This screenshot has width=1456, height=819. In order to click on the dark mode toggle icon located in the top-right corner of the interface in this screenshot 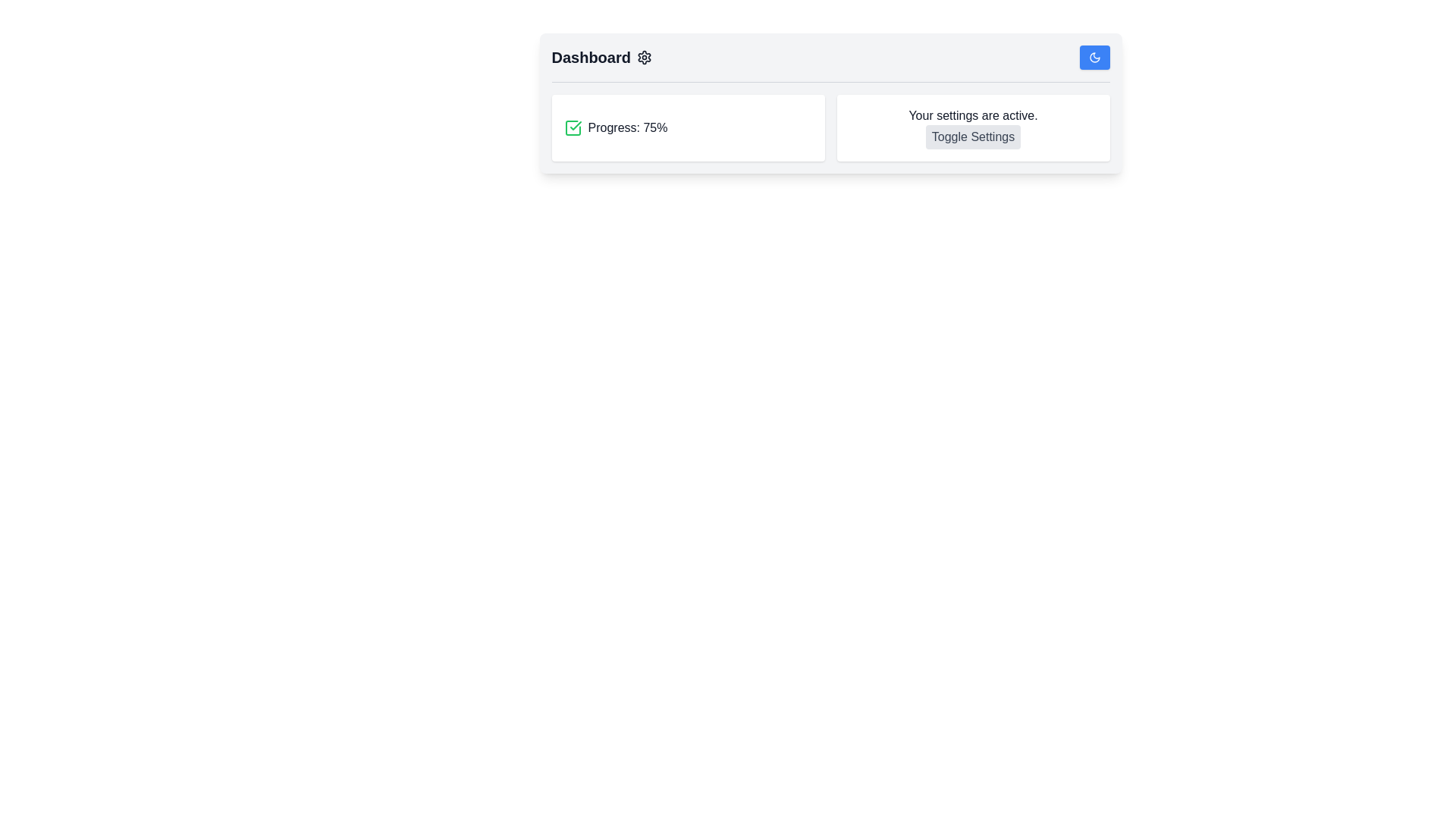, I will do `click(1094, 57)`.